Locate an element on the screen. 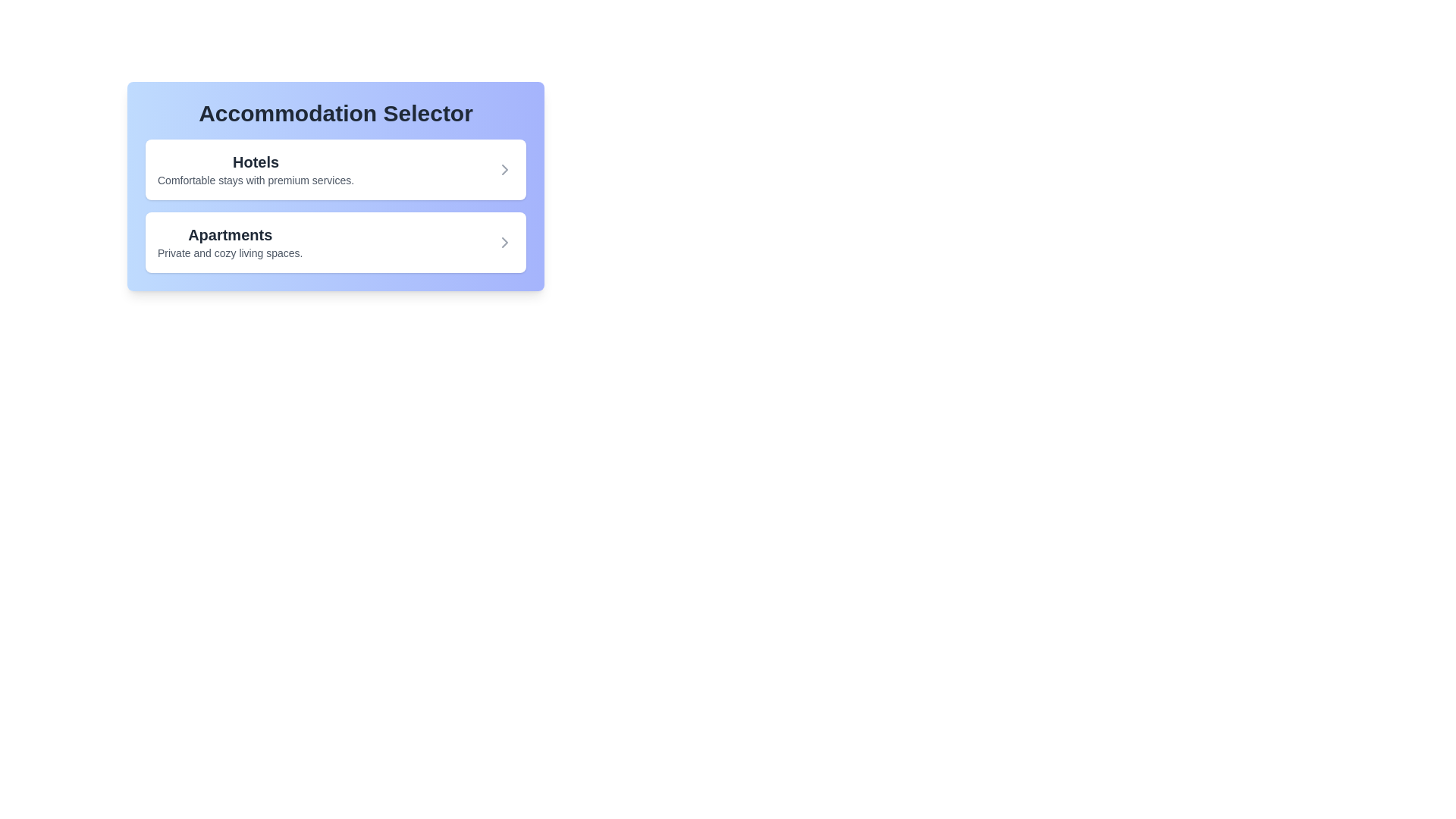  the text label that serves as the title for the 'Hotels' option in the accommodation types list is located at coordinates (256, 162).